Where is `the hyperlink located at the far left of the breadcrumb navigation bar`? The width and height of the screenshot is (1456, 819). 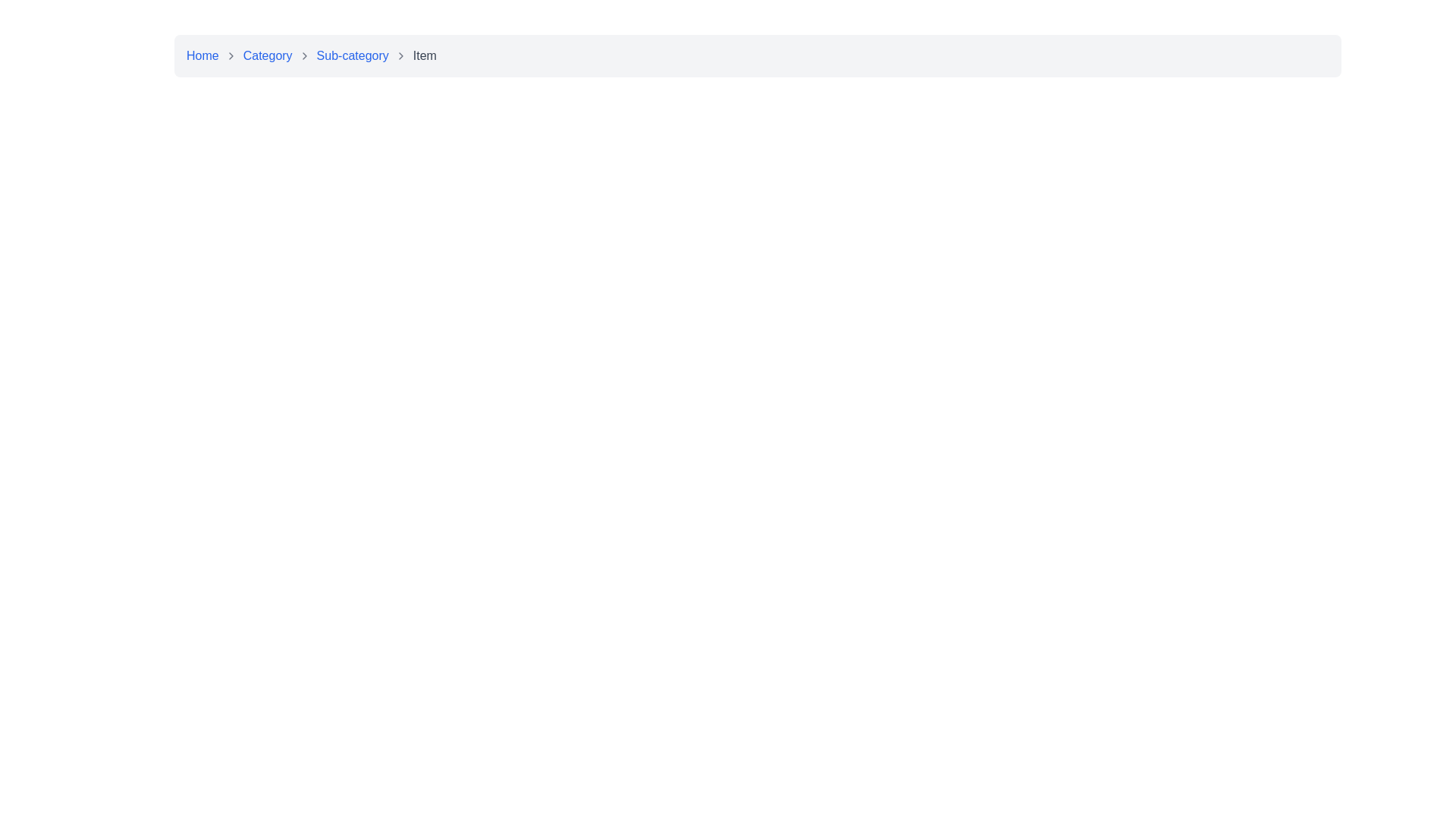 the hyperlink located at the far left of the breadcrumb navigation bar is located at coordinates (202, 55).